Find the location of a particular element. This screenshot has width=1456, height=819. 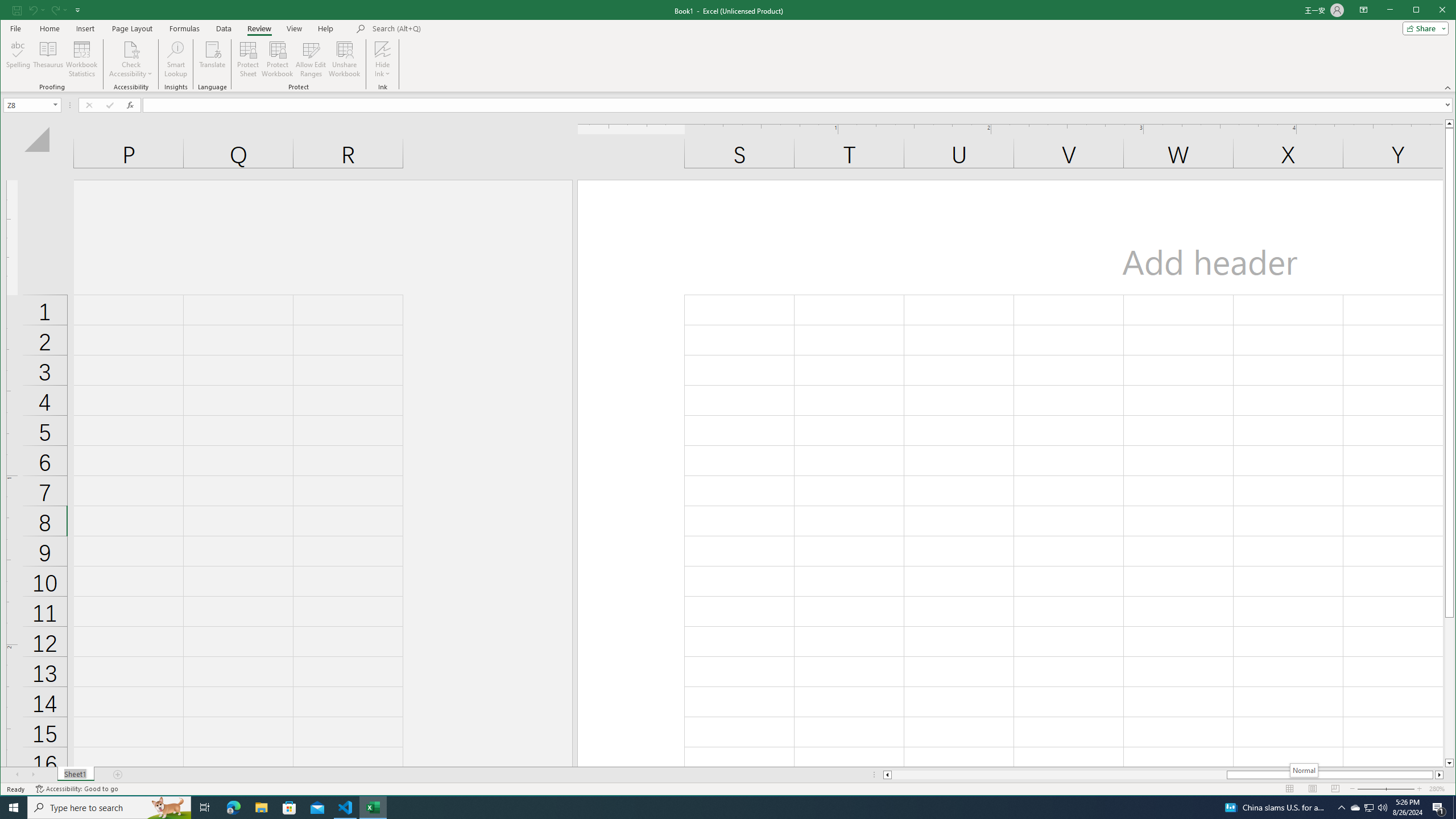

'Unshare Workbook' is located at coordinates (344, 59).